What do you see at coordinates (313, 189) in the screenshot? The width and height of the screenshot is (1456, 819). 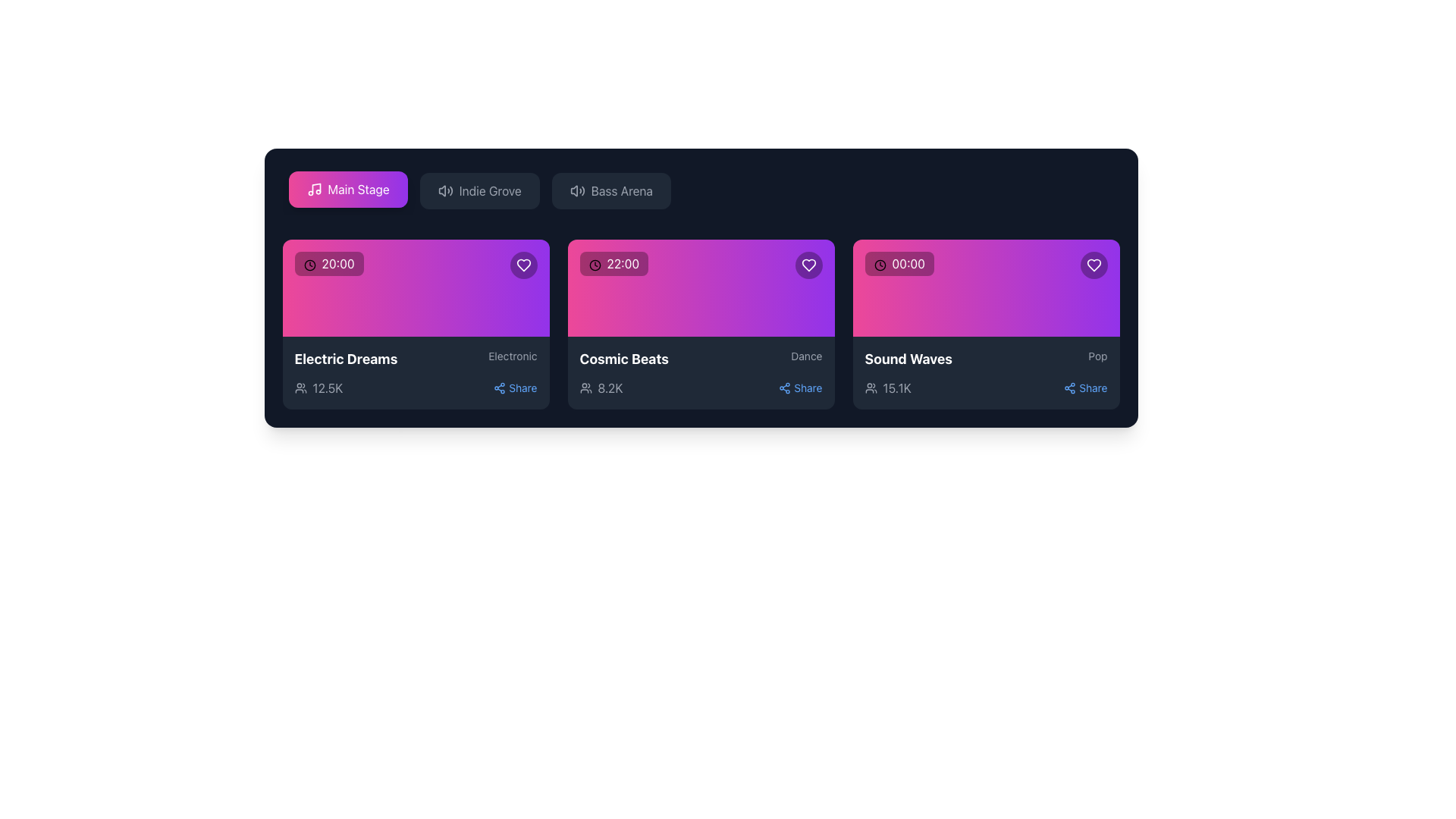 I see `the 'Main Stage' icon located in the top-left portion of the interface to observe any hover effects` at bounding box center [313, 189].